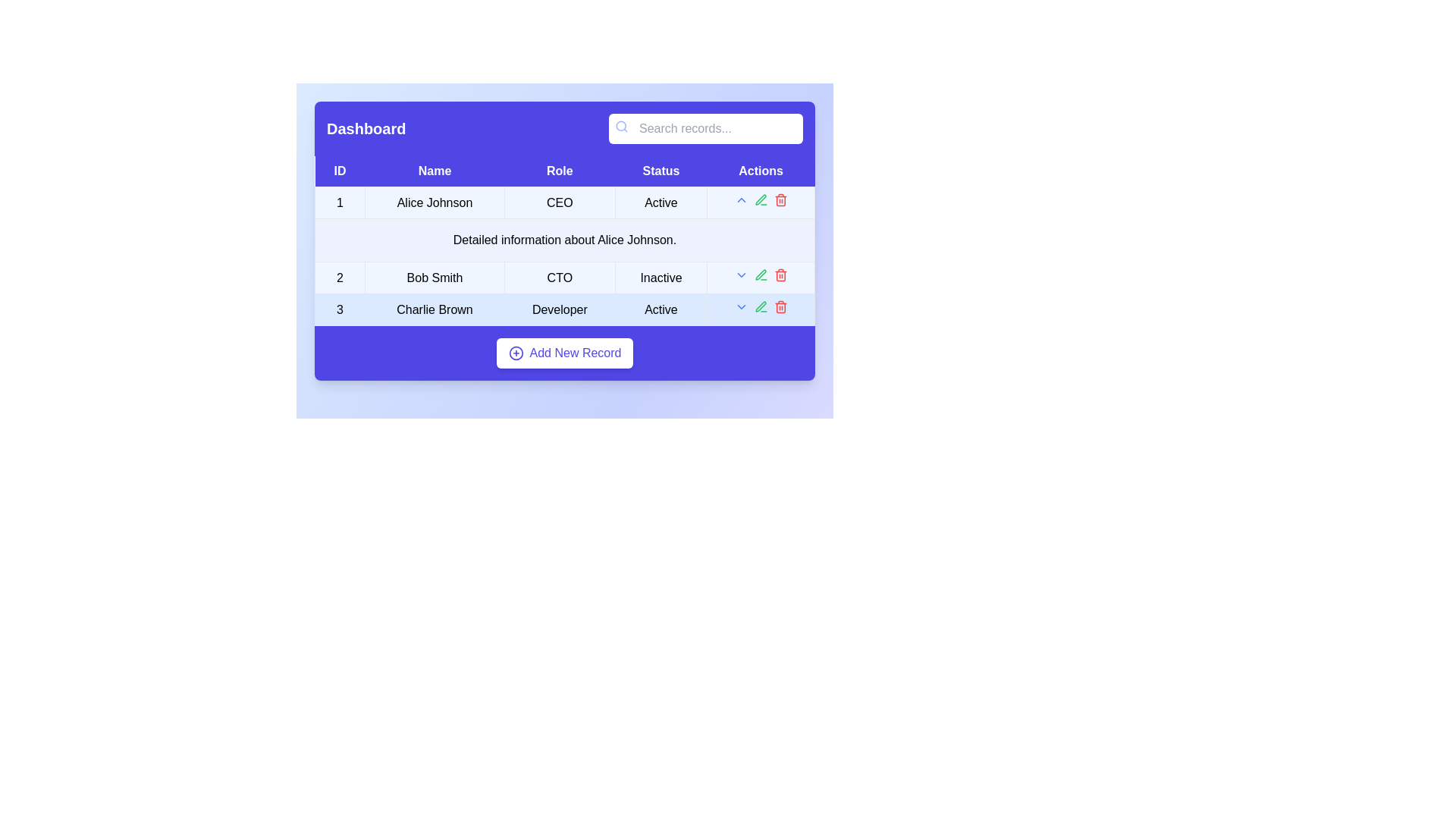 This screenshot has height=819, width=1456. What do you see at coordinates (434, 309) in the screenshot?
I see `the label displaying 'Charlie Brown' located in the third row and second column of the table under the 'Name' column` at bounding box center [434, 309].